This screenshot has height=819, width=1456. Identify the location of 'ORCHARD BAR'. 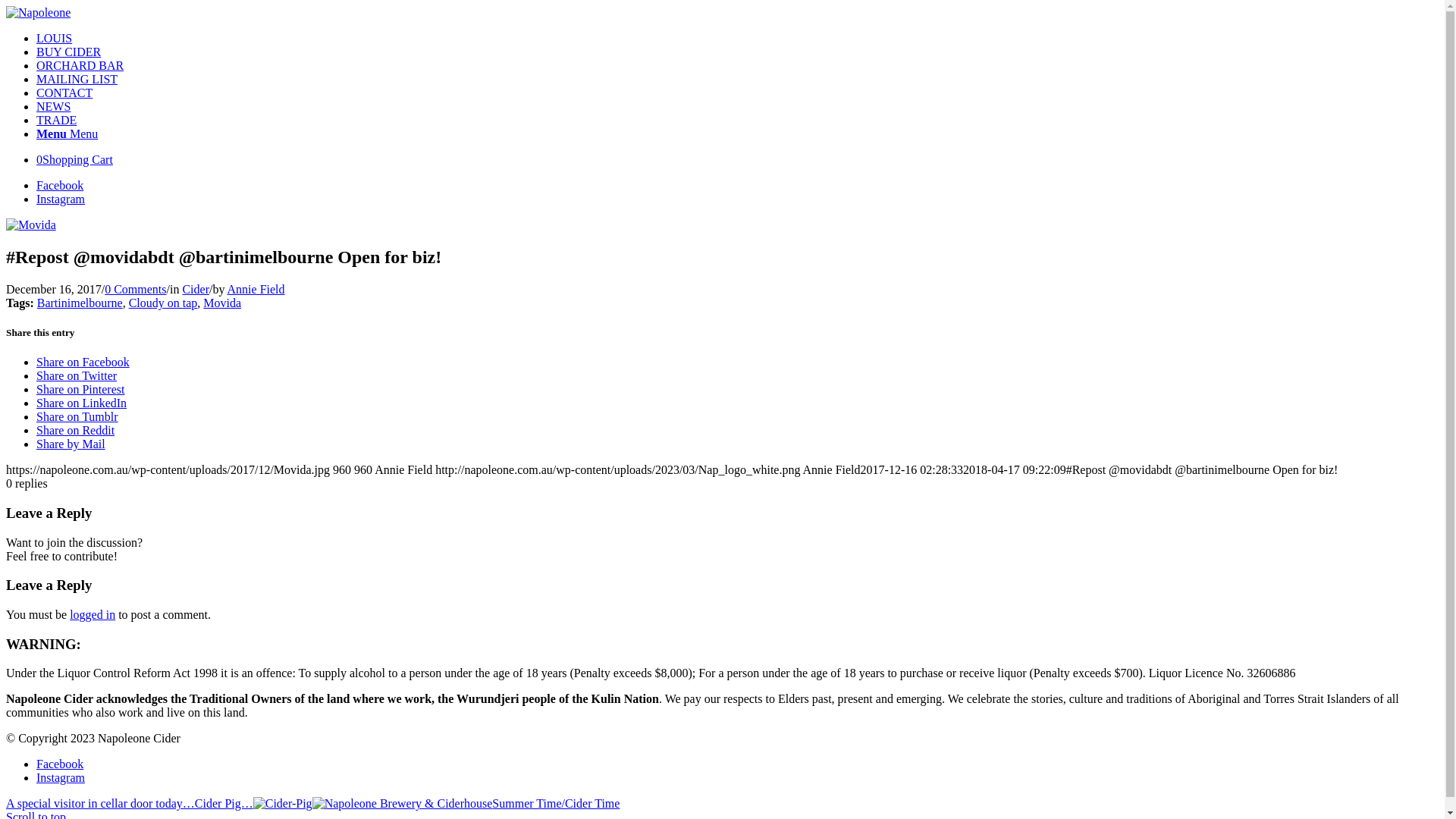
(79, 64).